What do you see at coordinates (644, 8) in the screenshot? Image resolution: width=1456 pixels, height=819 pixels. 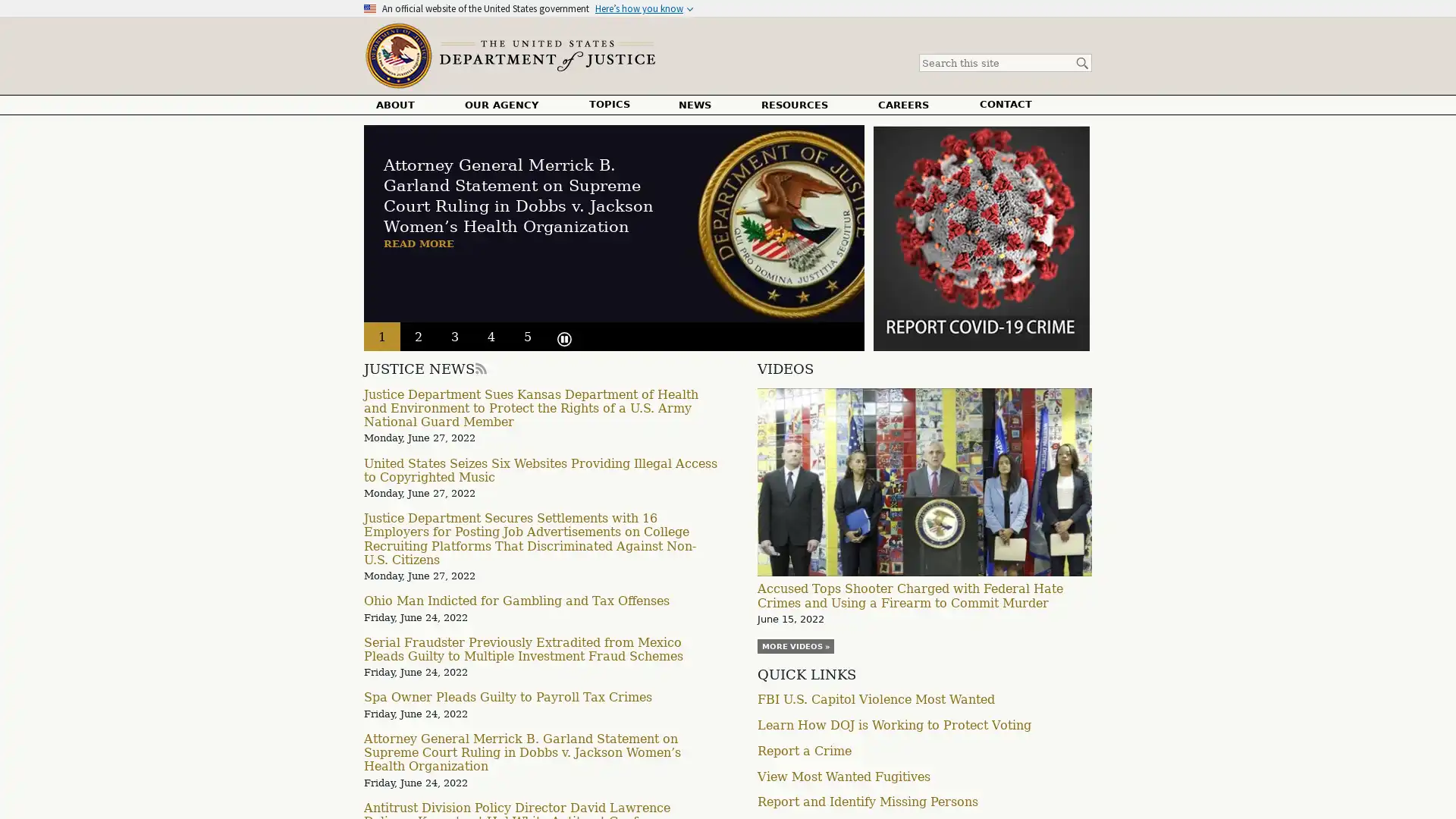 I see `Heres how you know` at bounding box center [644, 8].